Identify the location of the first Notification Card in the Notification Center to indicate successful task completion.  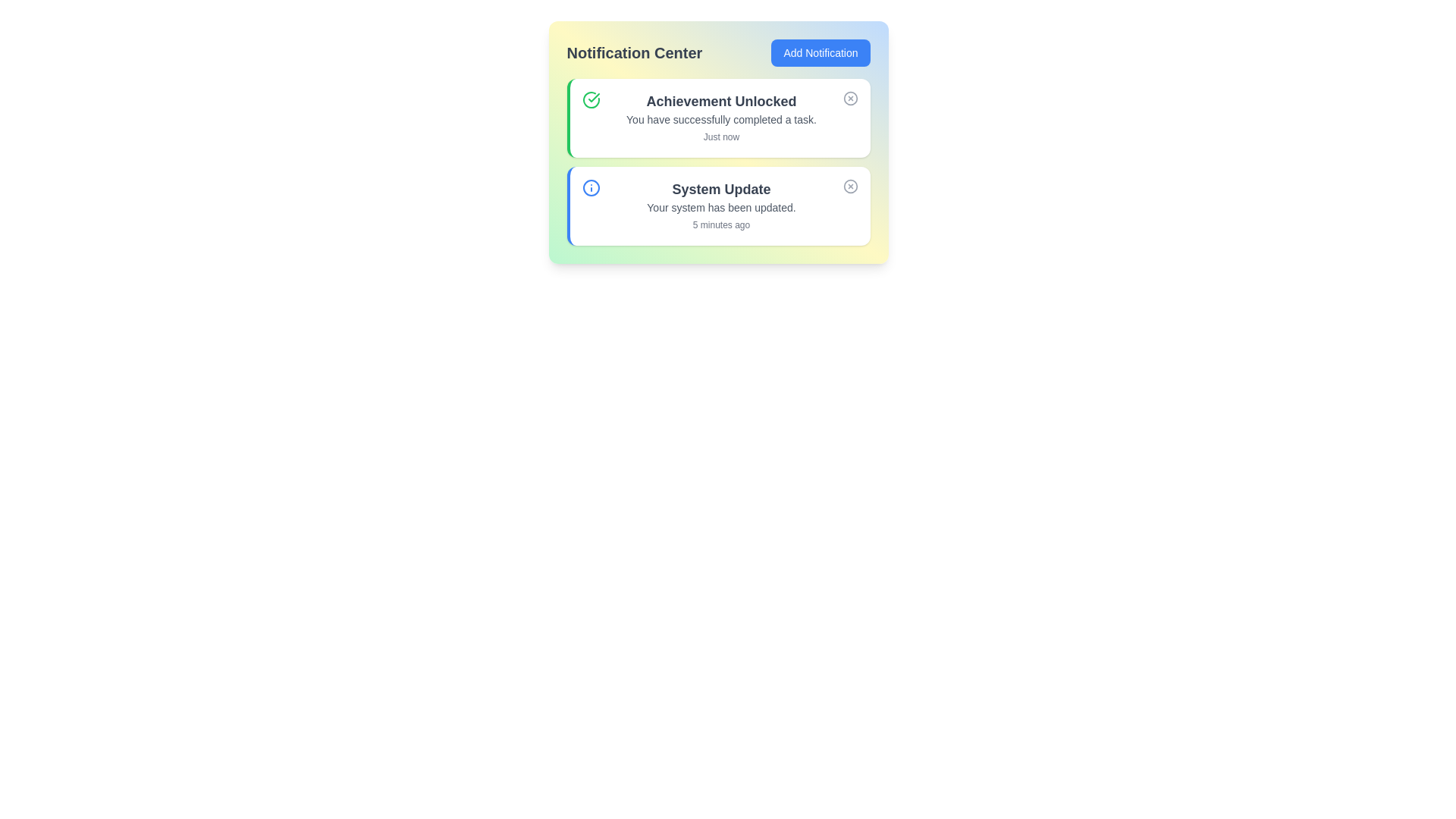
(717, 117).